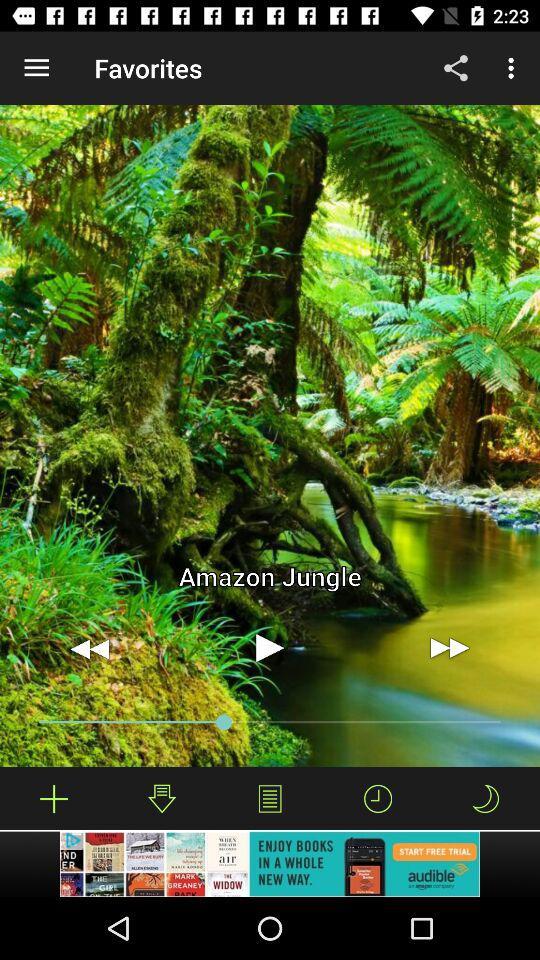  What do you see at coordinates (270, 798) in the screenshot?
I see `the icon which is to the left of the clock icon` at bounding box center [270, 798].